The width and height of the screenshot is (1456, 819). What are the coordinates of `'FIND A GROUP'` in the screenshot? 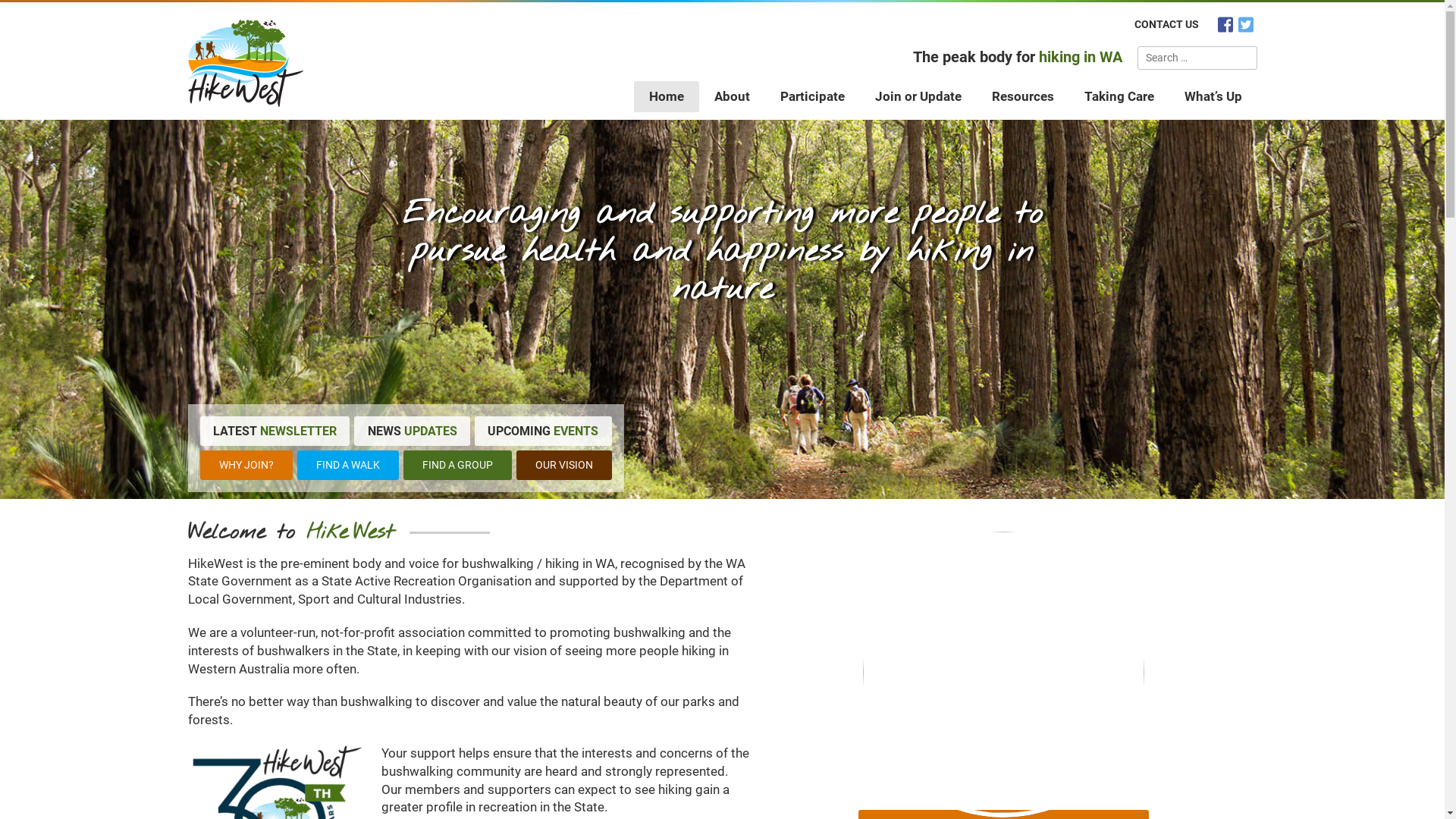 It's located at (457, 464).